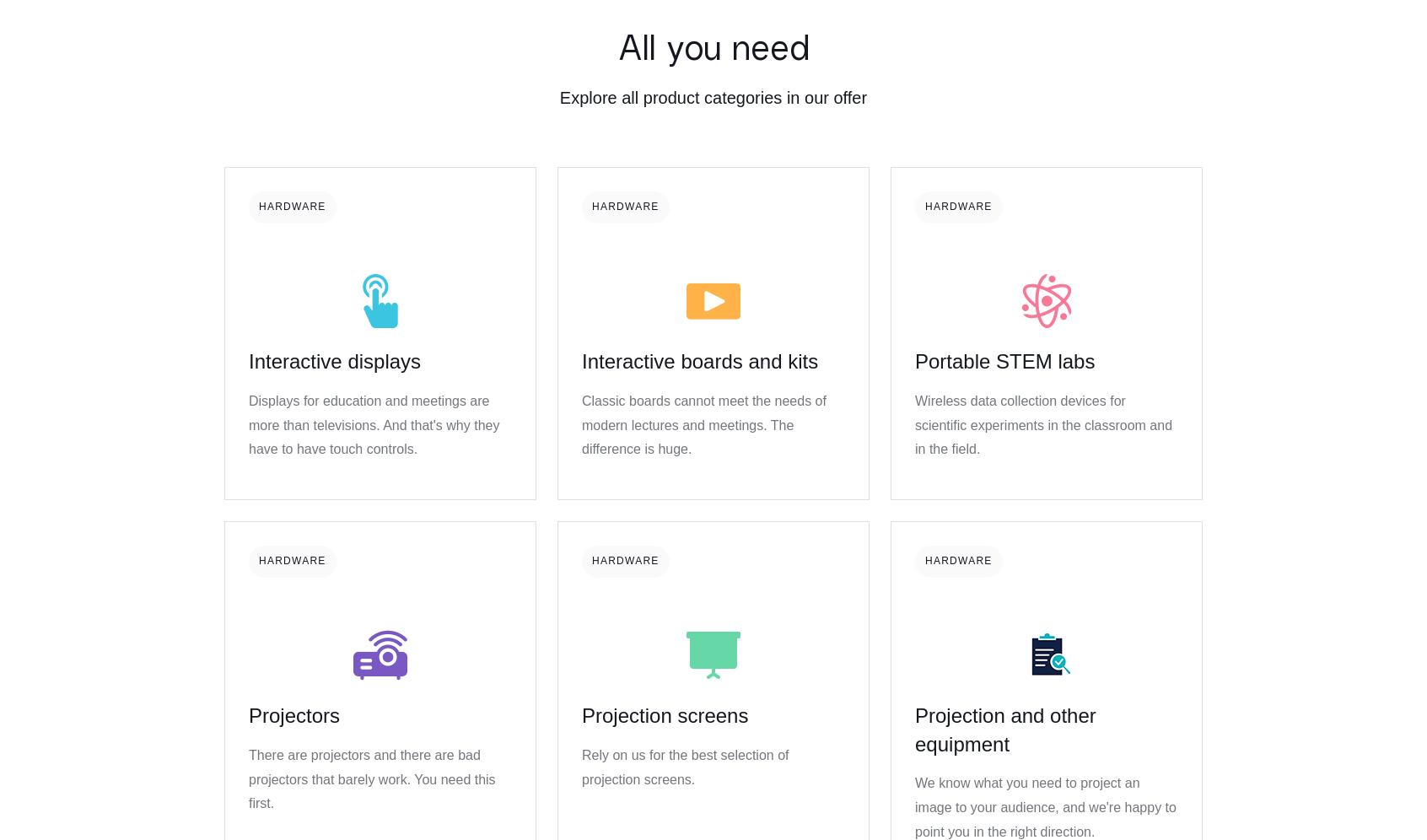  What do you see at coordinates (581, 361) in the screenshot?
I see `'Interactive boards and kits'` at bounding box center [581, 361].